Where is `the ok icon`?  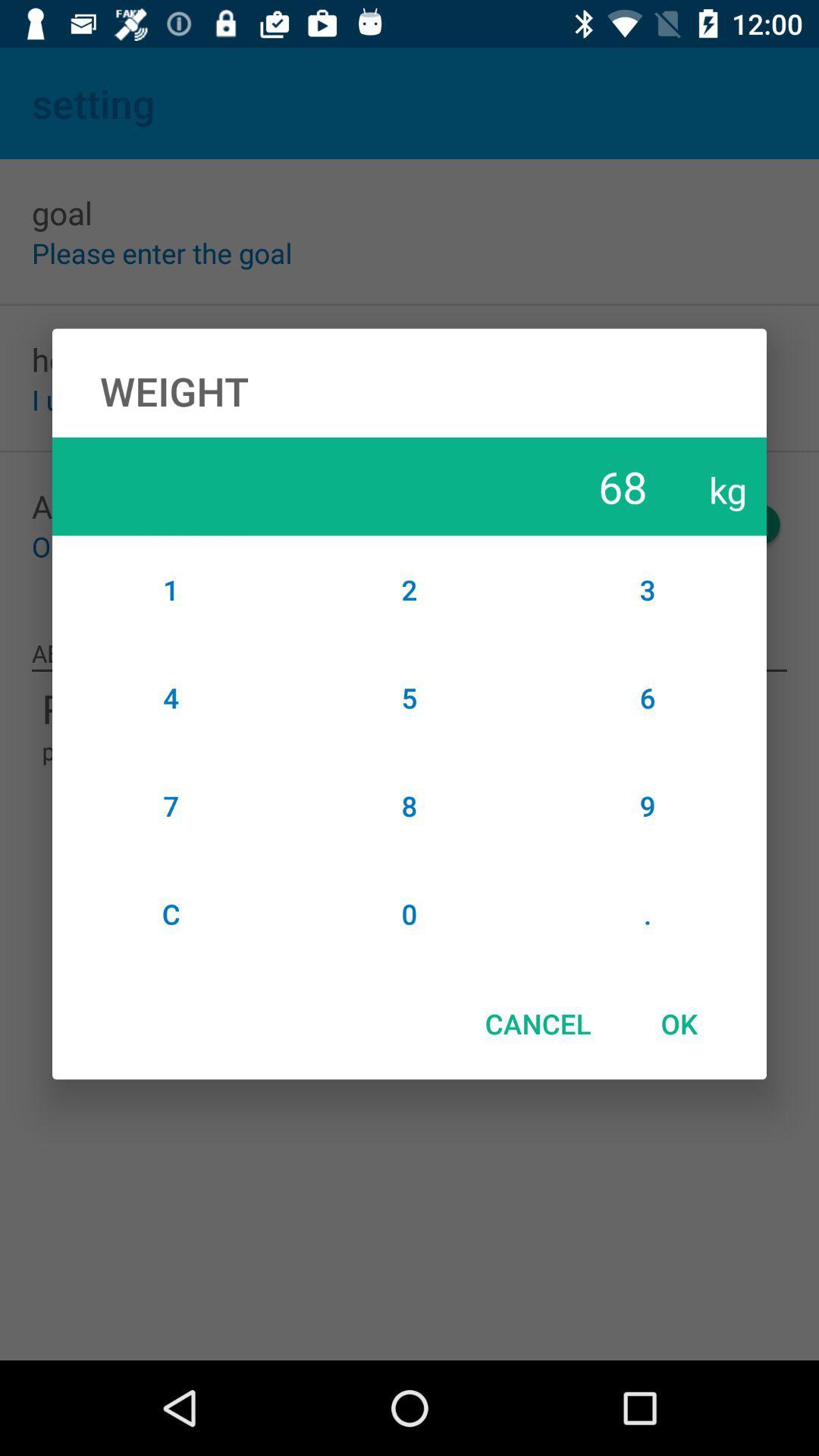 the ok icon is located at coordinates (678, 1023).